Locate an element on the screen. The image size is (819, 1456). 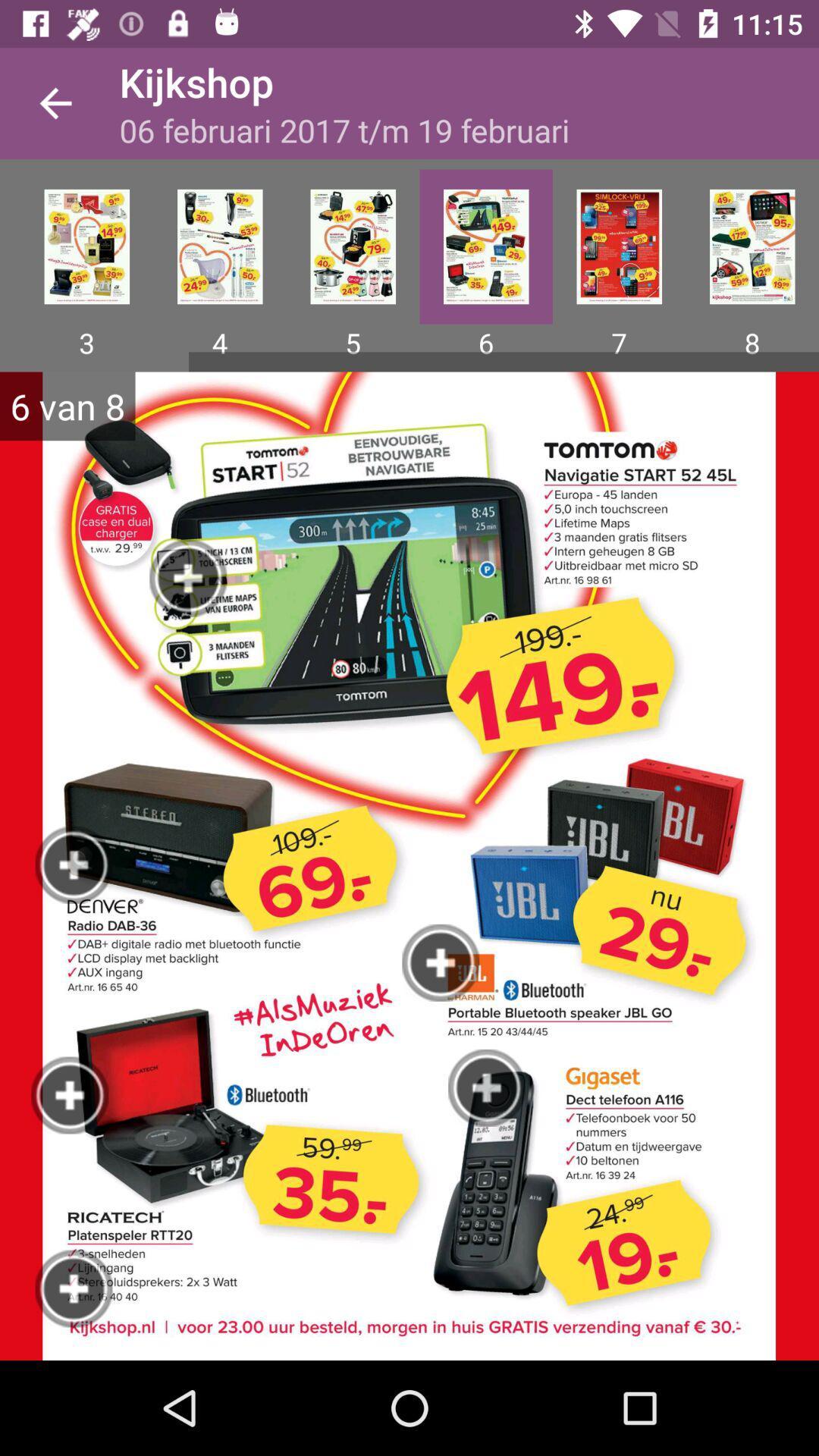
the fullscreen icon is located at coordinates (86, 246).